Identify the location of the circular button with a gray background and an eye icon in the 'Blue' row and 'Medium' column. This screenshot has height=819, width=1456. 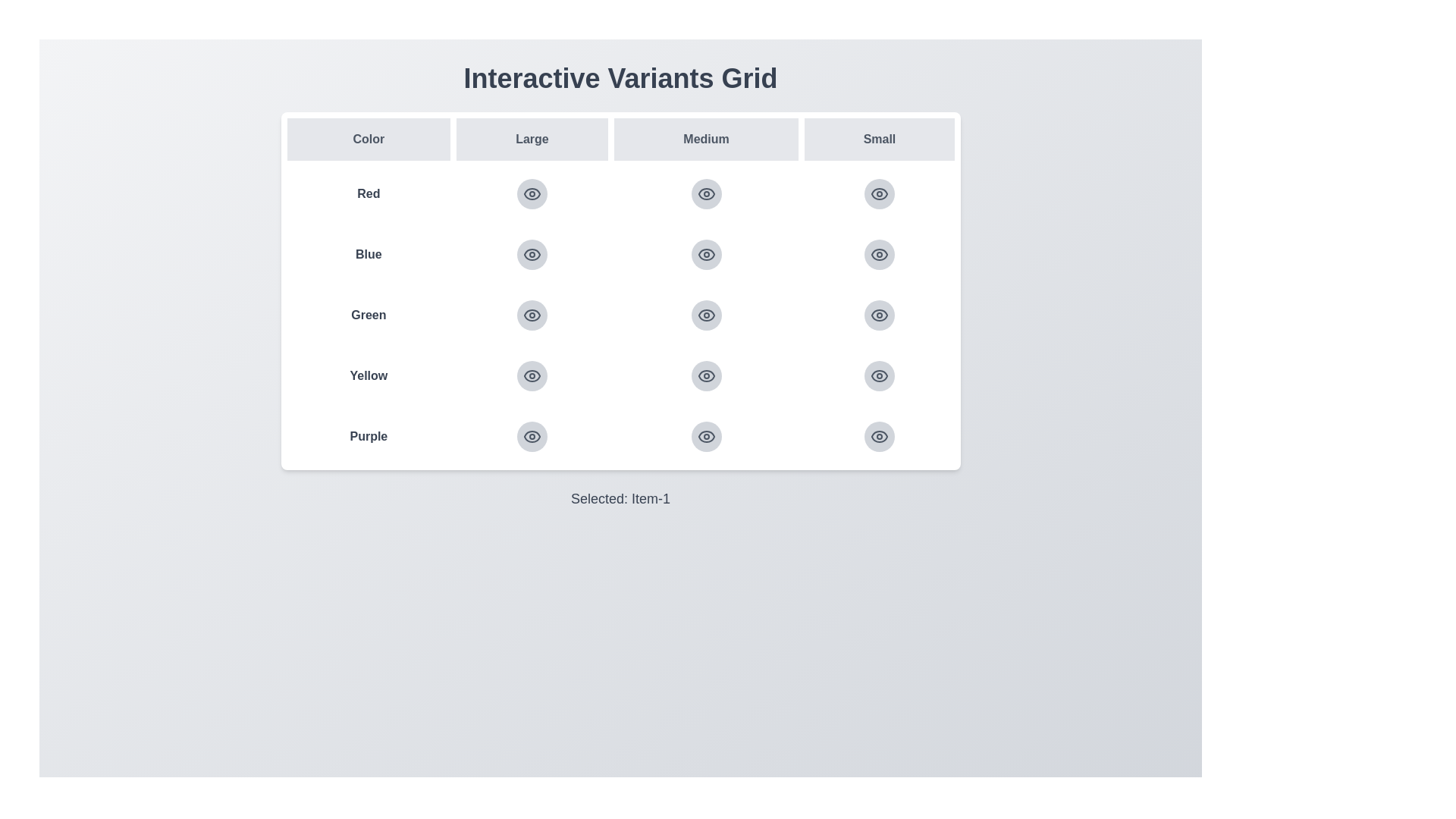
(705, 253).